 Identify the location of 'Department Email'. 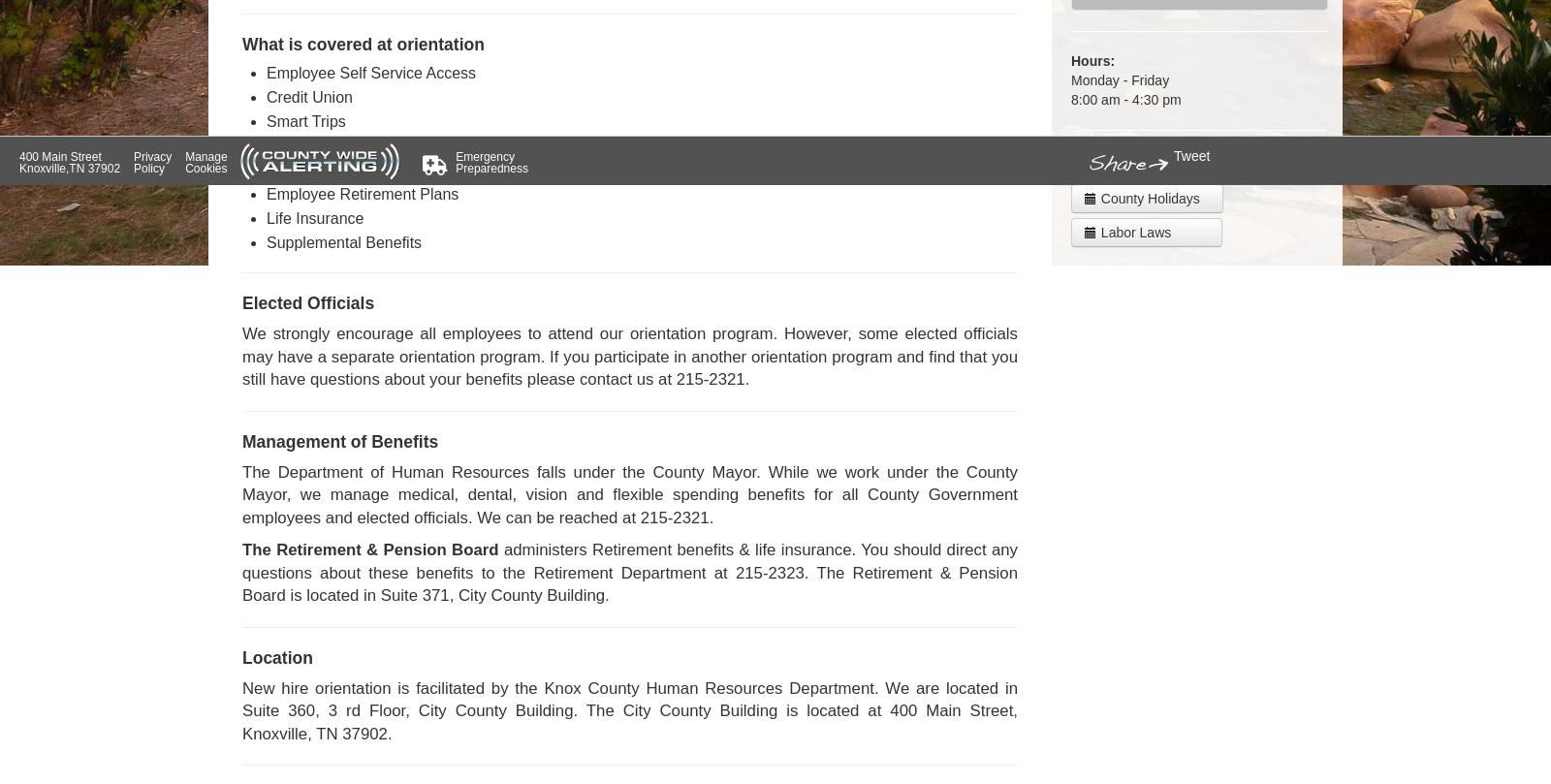
(1152, 163).